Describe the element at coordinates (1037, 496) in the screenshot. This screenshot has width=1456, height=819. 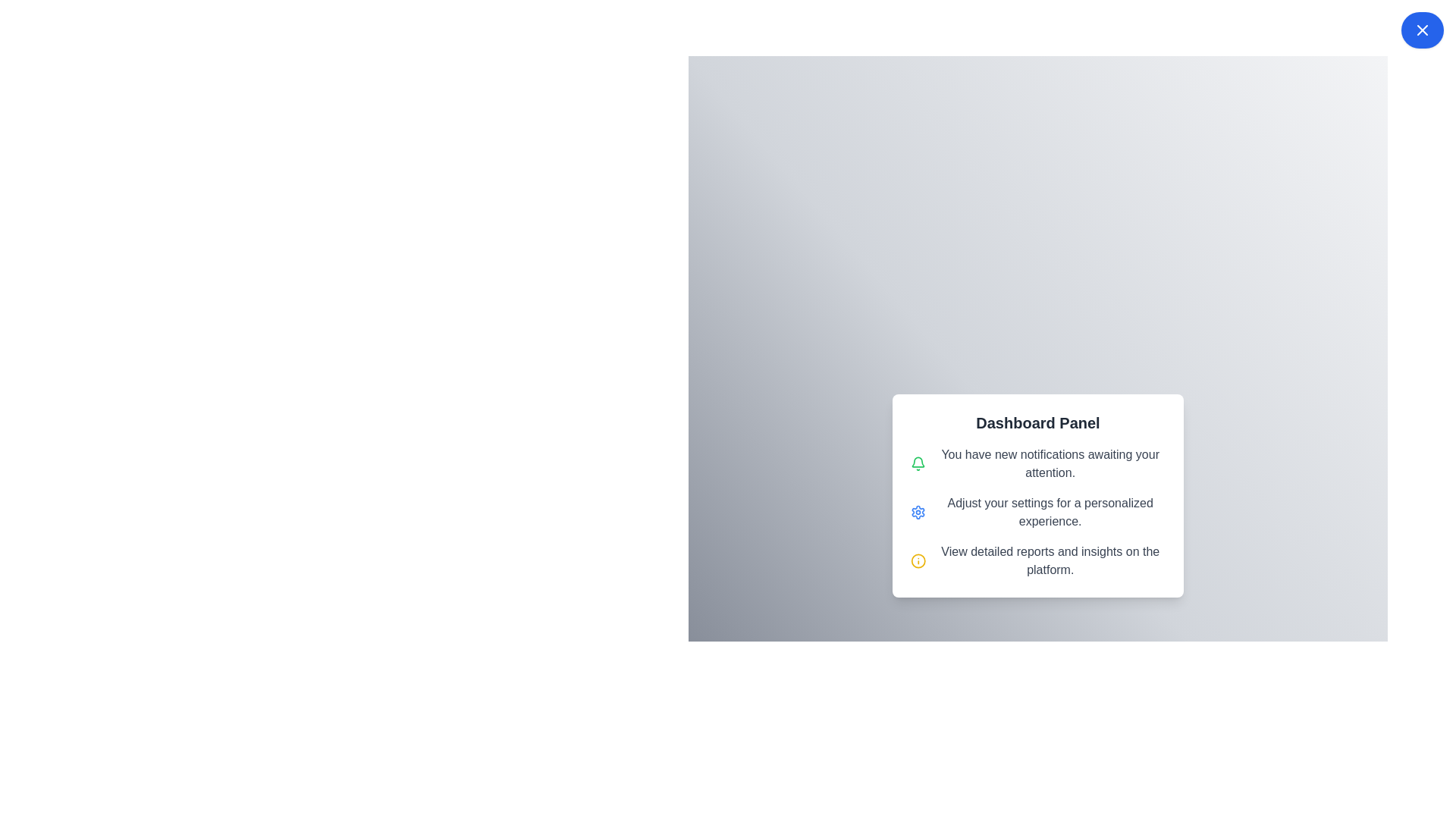
I see `the 'Dashboard Panel' informational text block` at that location.